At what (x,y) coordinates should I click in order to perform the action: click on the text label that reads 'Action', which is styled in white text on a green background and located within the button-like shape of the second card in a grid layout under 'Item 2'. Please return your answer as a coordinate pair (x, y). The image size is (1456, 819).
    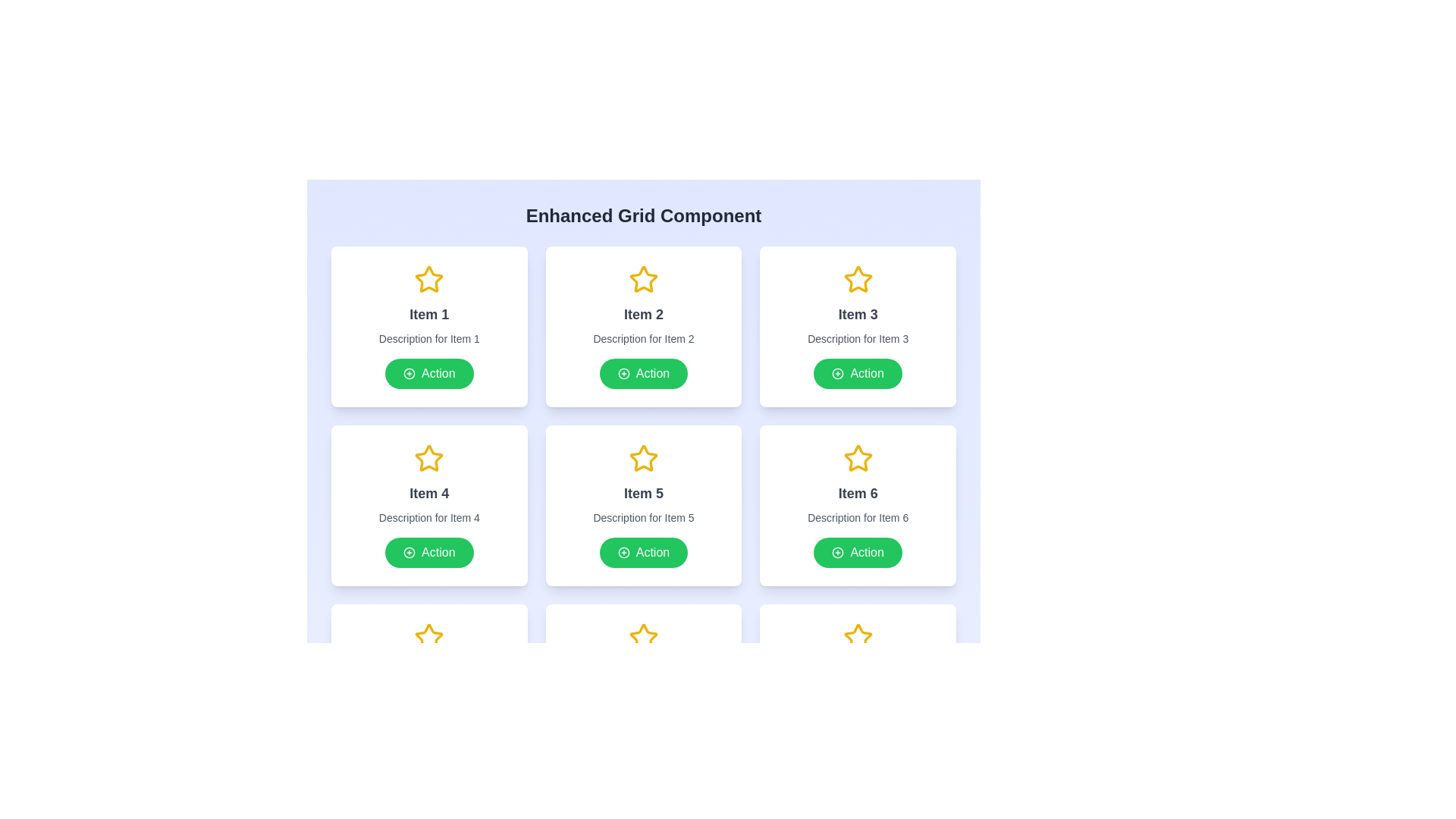
    Looking at the image, I should click on (652, 374).